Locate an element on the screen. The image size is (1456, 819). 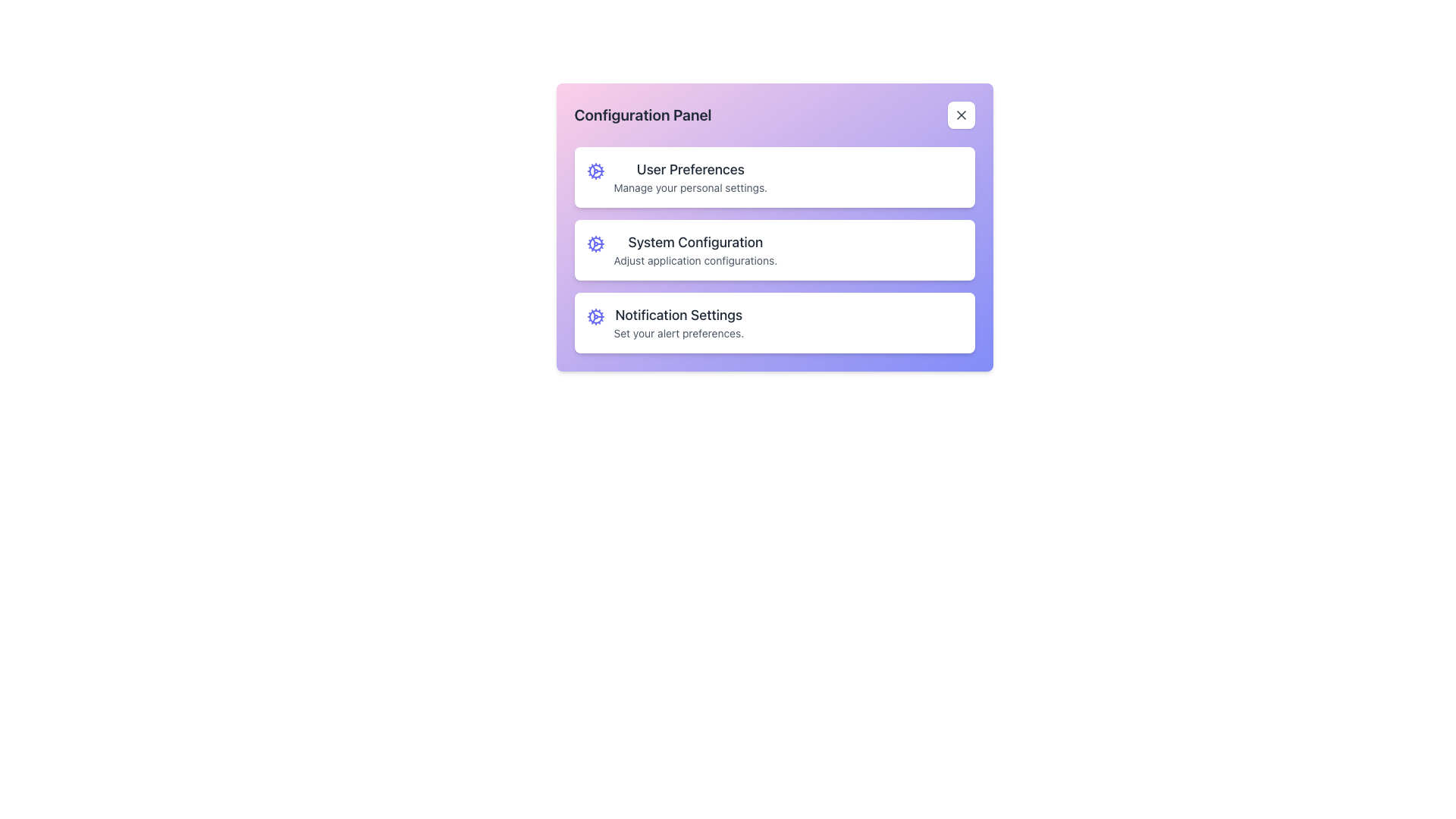
text label displaying 'Adjust application configurations.' which is located beneath the heading 'System Configuration' is located at coordinates (695, 259).